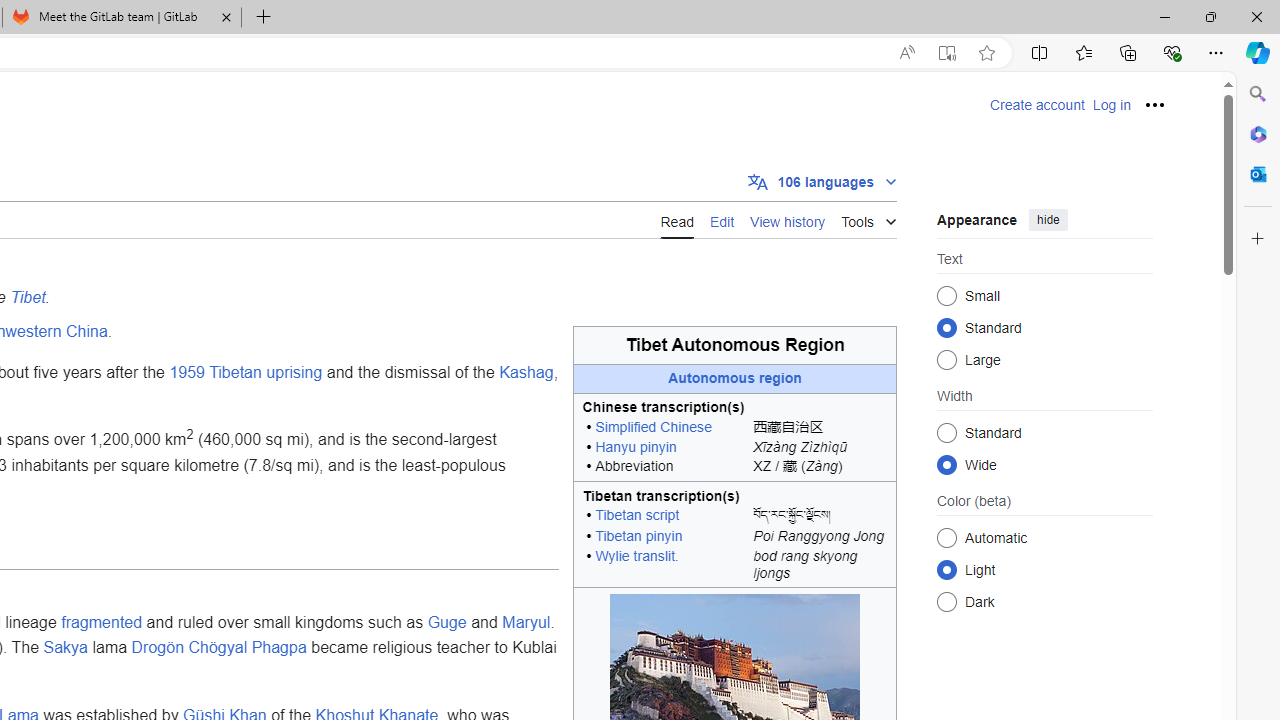 This screenshot has height=720, width=1280. Describe the element at coordinates (1037, 105) in the screenshot. I see `'Create account'` at that location.